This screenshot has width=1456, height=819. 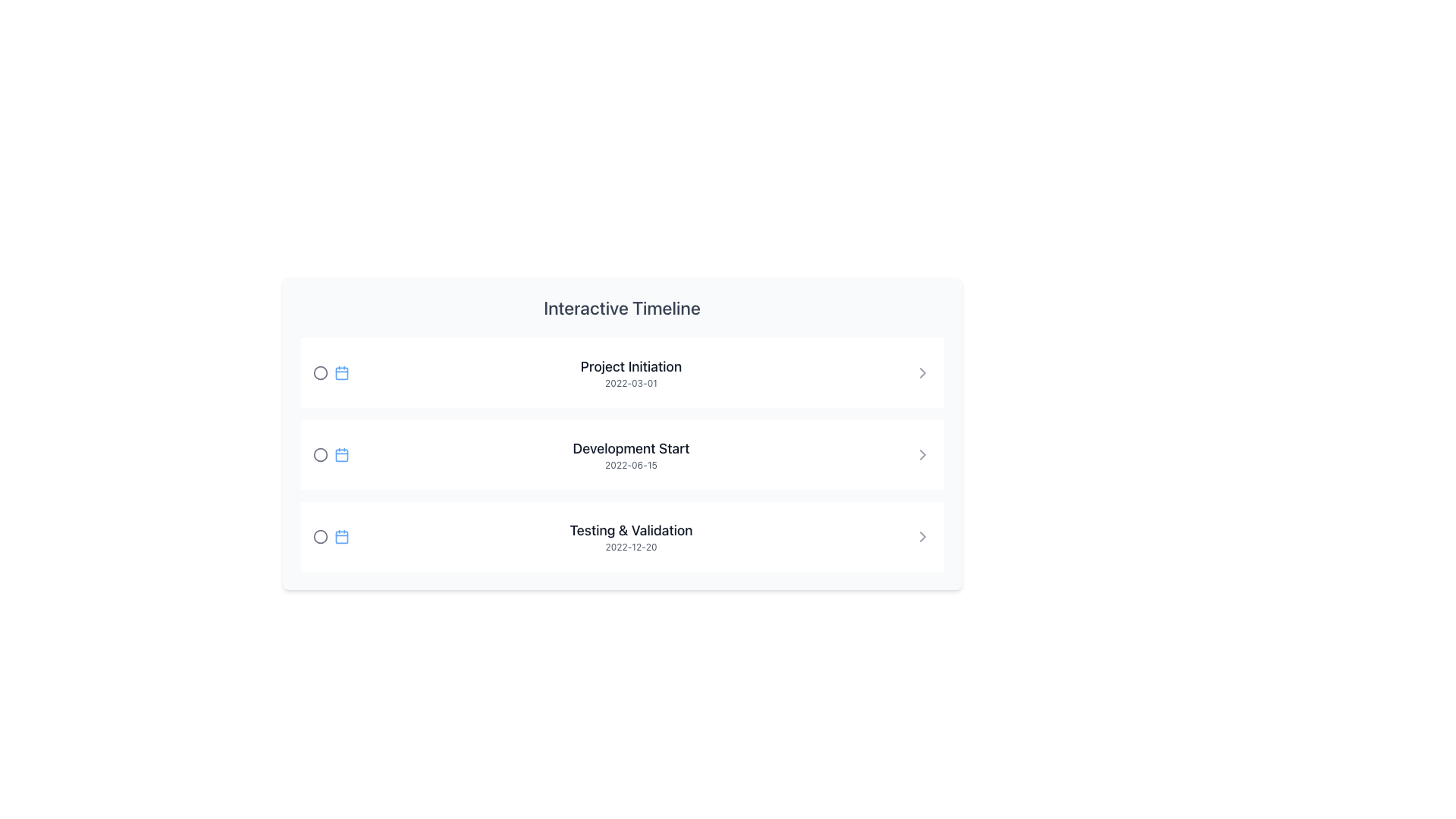 What do you see at coordinates (631, 547) in the screenshot?
I see `the static text displaying the date for the 'Testing & Validation' milestone in the interactive timeline` at bounding box center [631, 547].